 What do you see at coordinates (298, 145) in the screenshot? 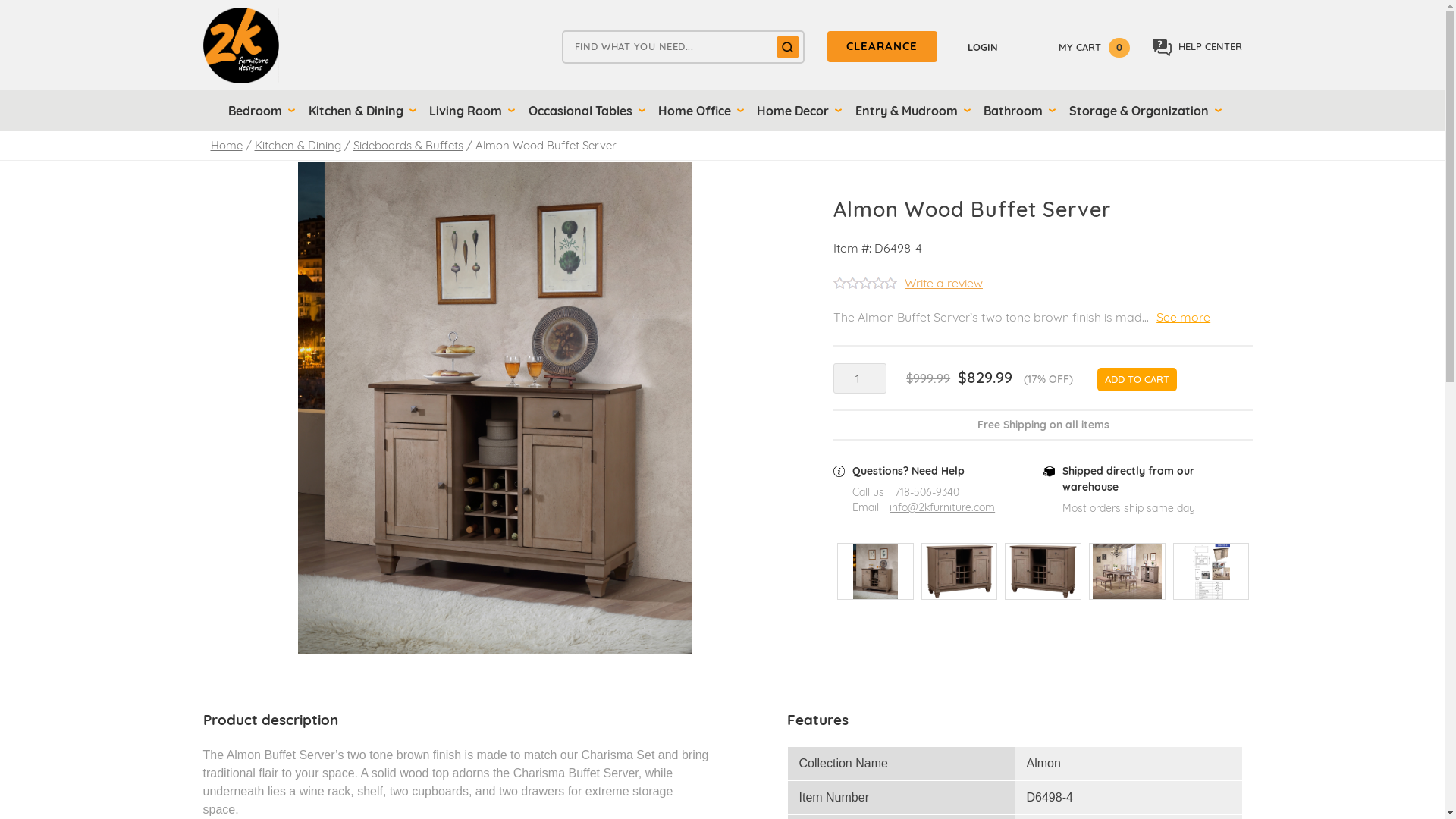
I see `'Kitchen & Dining'` at bounding box center [298, 145].